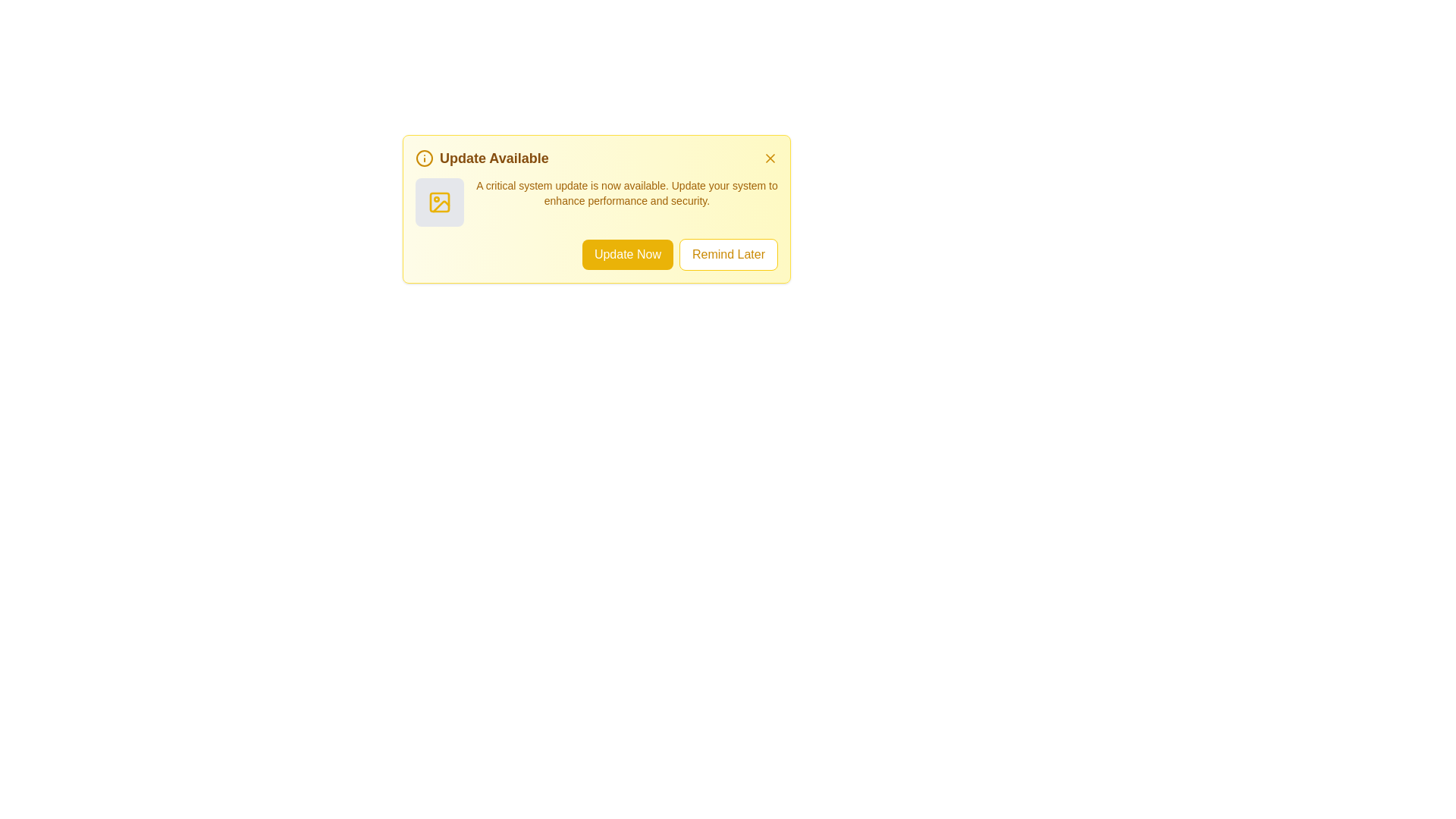 This screenshot has height=819, width=1456. Describe the element at coordinates (770, 158) in the screenshot. I see `the close button to dismiss the alert` at that location.